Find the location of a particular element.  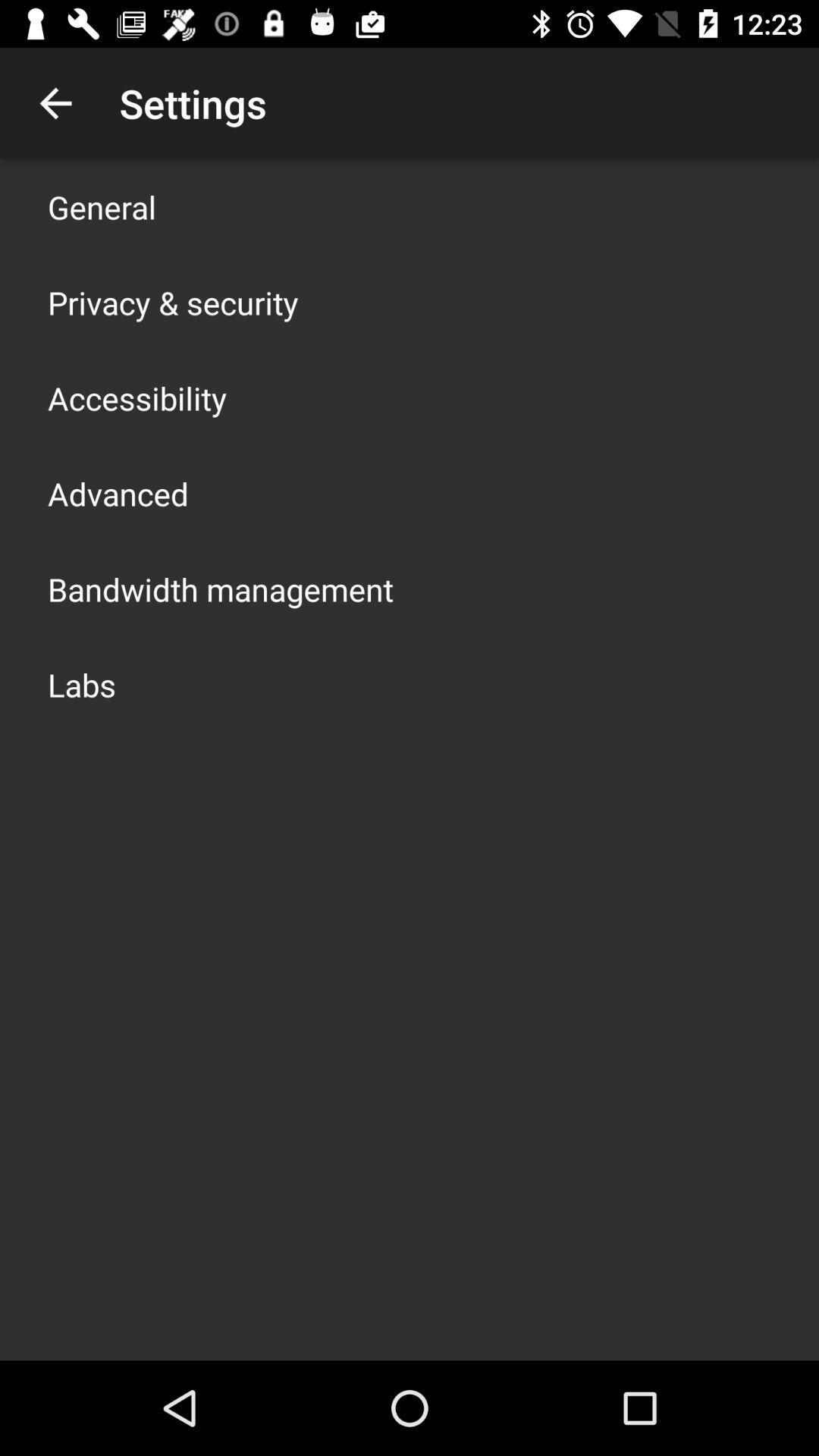

the icon below bandwidth management app is located at coordinates (82, 683).